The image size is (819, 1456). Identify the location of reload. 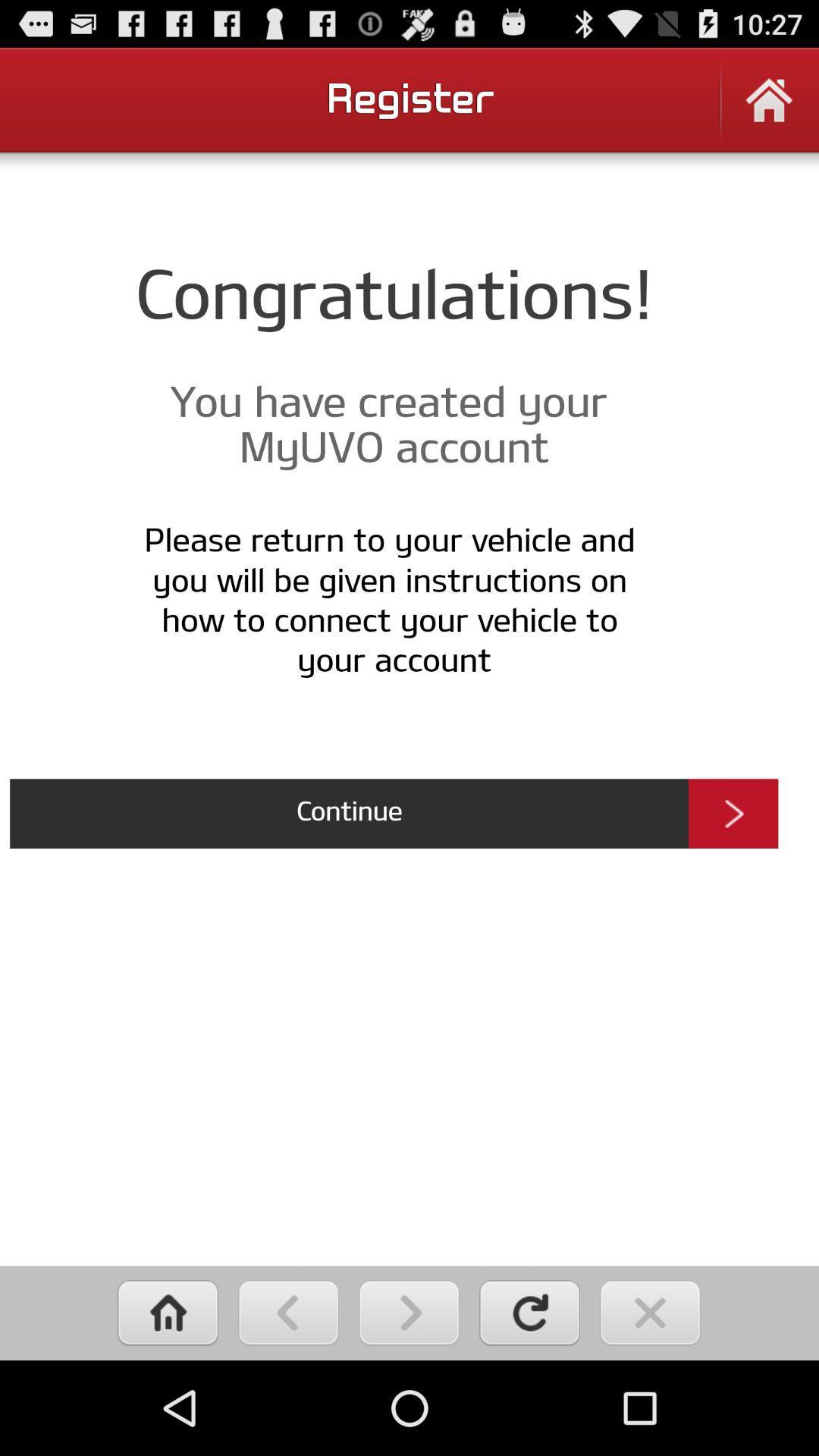
(529, 1312).